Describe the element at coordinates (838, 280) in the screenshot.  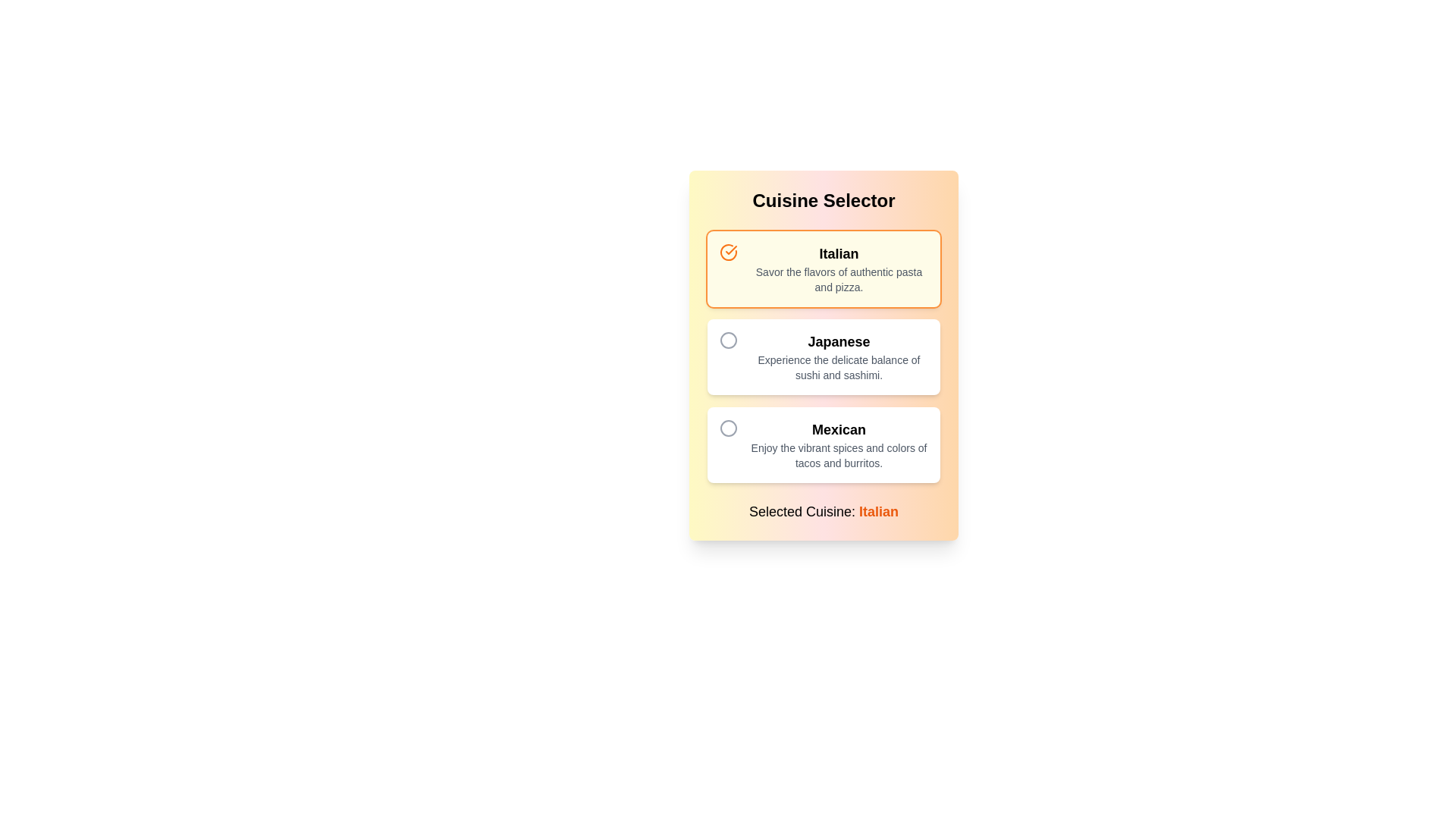
I see `the descriptive text element providing information about the 'Italian' option in the cuisine selector, located below the 'Italian' heading in the vertical list of cuisine options` at that location.